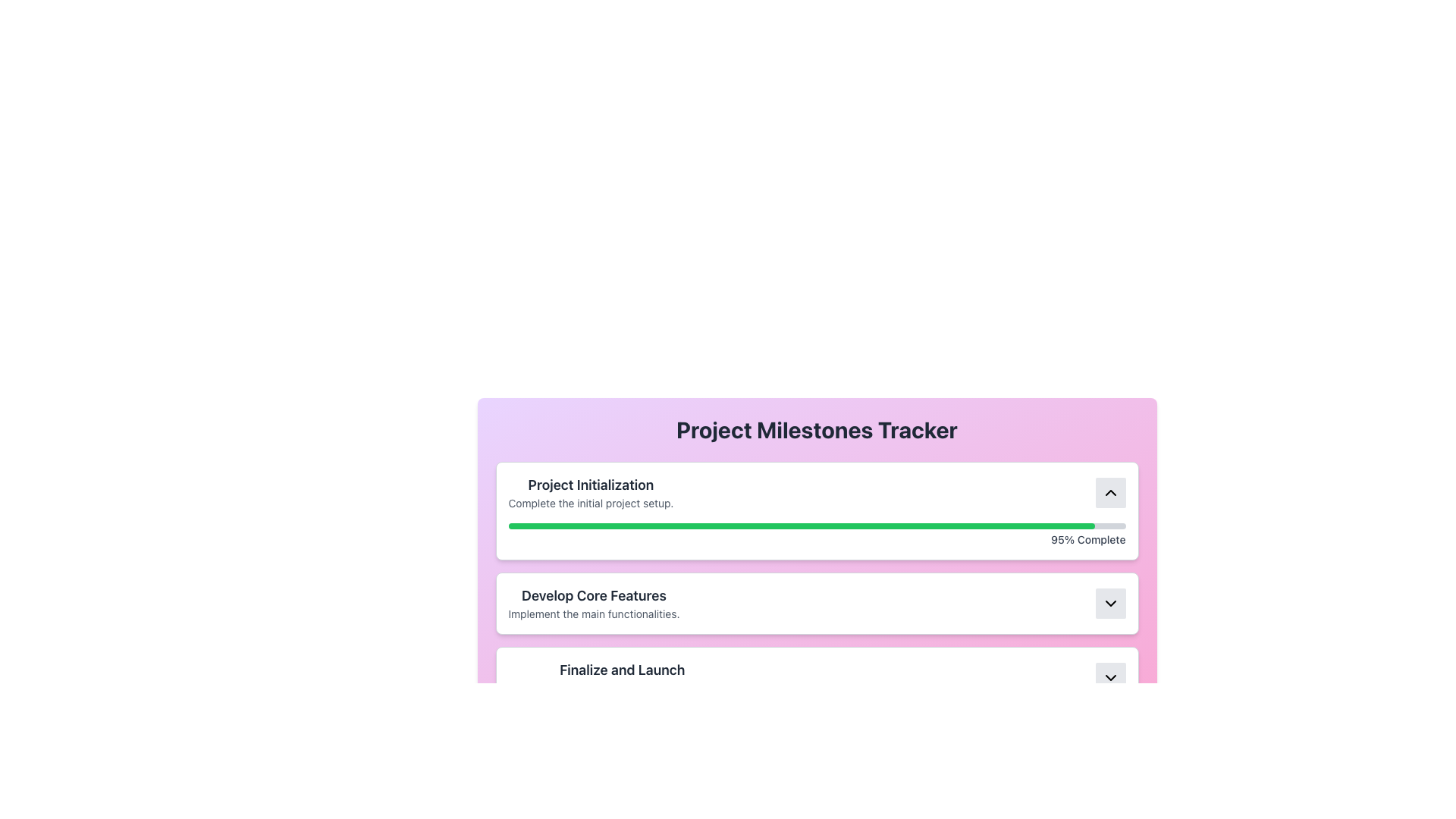 Image resolution: width=1456 pixels, height=819 pixels. What do you see at coordinates (1110, 602) in the screenshot?
I see `the dropdown toggle icon located at the top-right corner of the second milestone card` at bounding box center [1110, 602].